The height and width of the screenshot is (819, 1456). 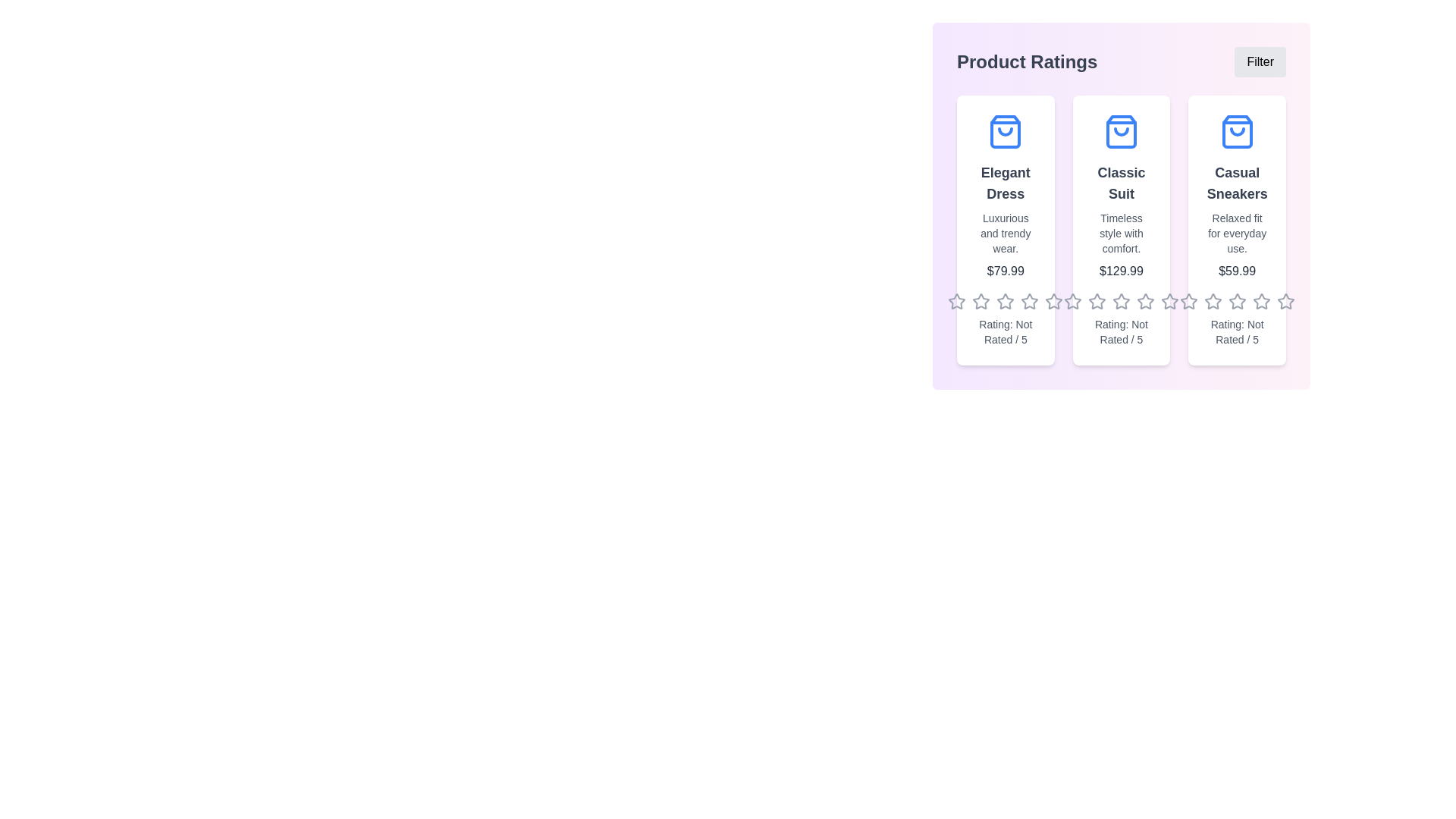 What do you see at coordinates (981, 301) in the screenshot?
I see `the rating of a product to 2 stars by clicking on the respective star in the product's rating section` at bounding box center [981, 301].